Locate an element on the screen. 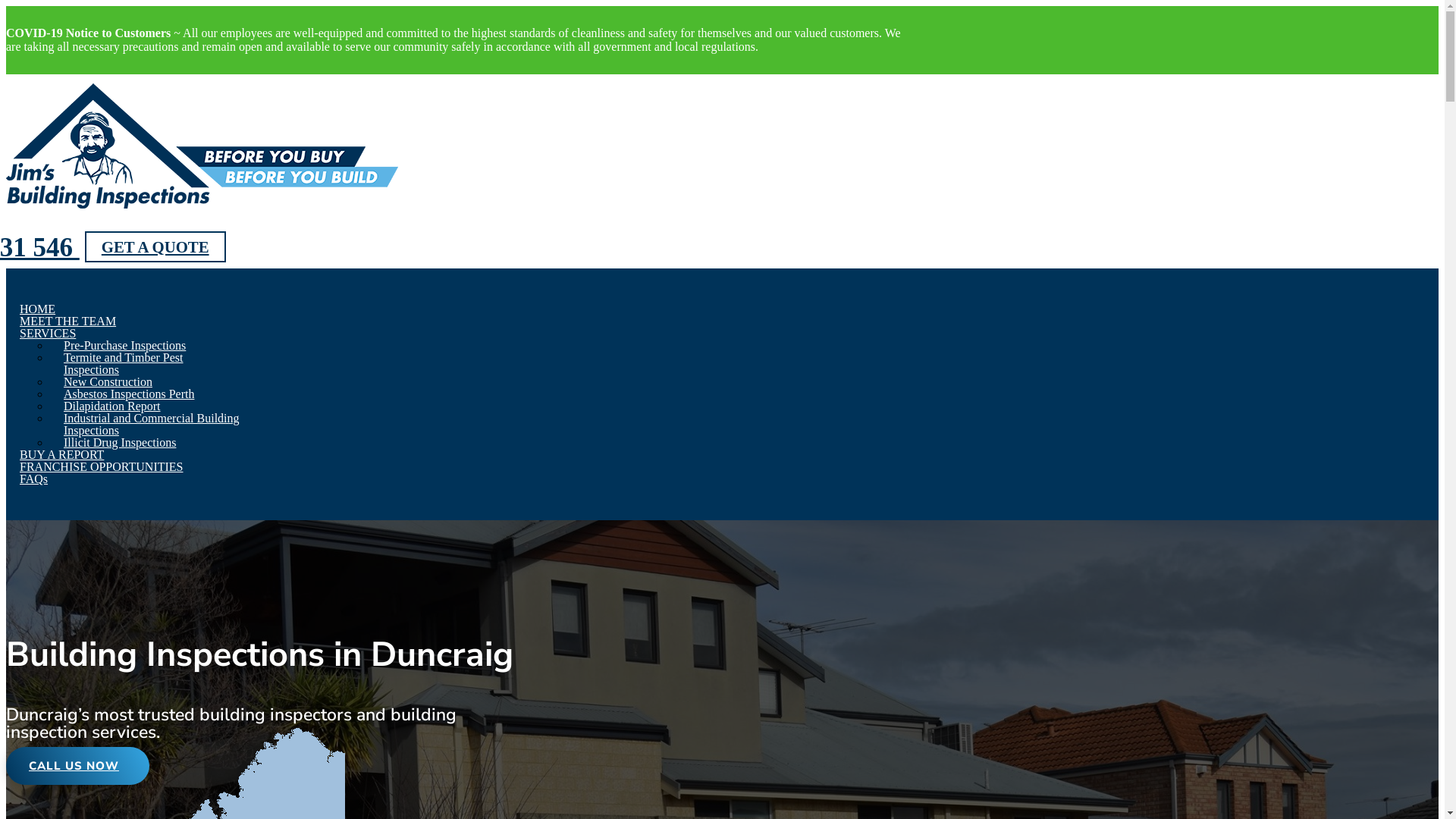 Image resolution: width=1456 pixels, height=819 pixels. 'Pre-Purchase Inspections' is located at coordinates (124, 345).